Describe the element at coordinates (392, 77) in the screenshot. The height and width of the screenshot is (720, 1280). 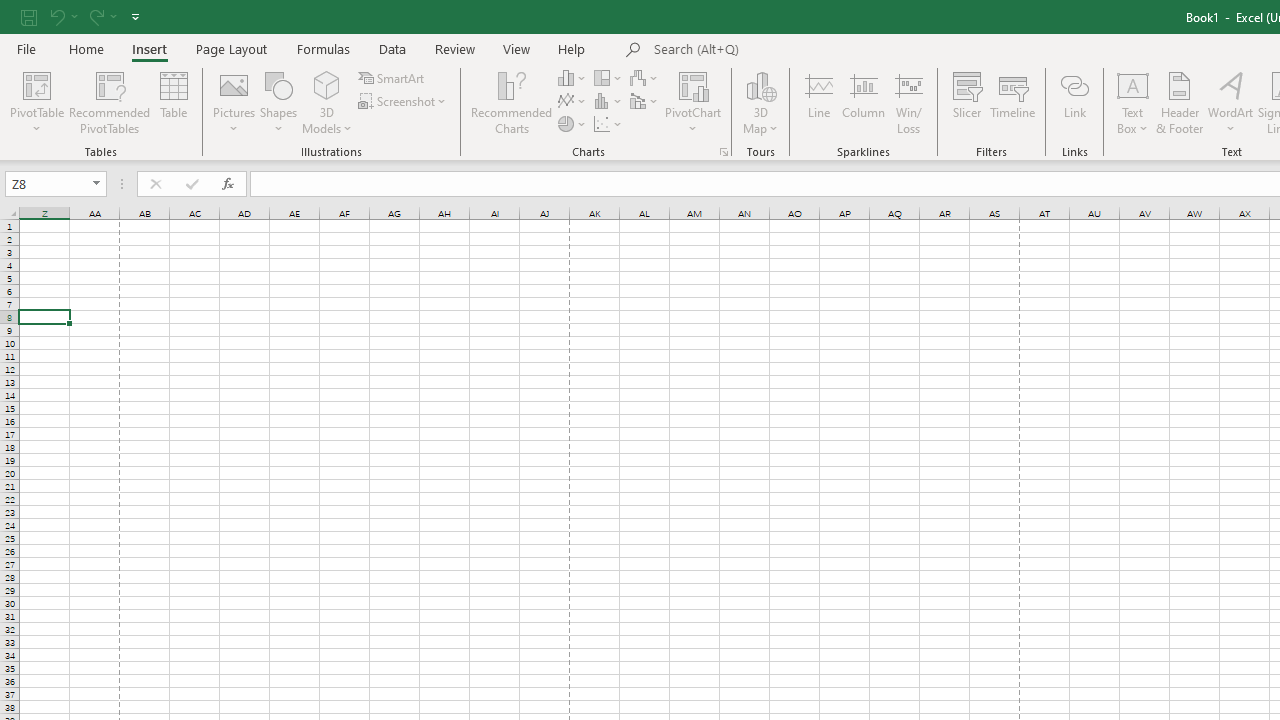
I see `'SmartArt...'` at that location.